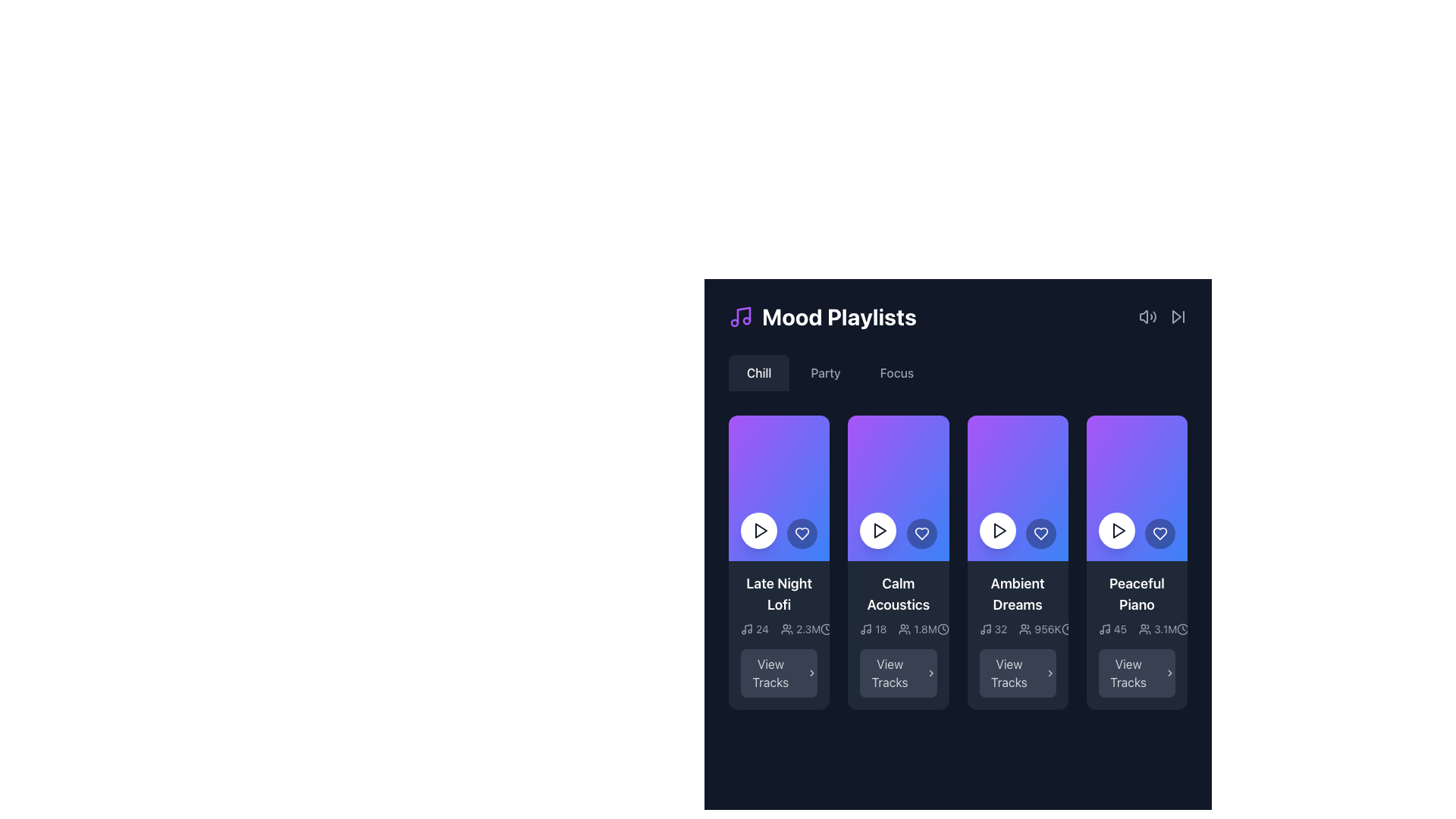  I want to click on the SVG Circle element that is part of the clock icon located in the 'Late Night Lofi' card, positioned at the bottom-right corner of the interface, so click(826, 629).